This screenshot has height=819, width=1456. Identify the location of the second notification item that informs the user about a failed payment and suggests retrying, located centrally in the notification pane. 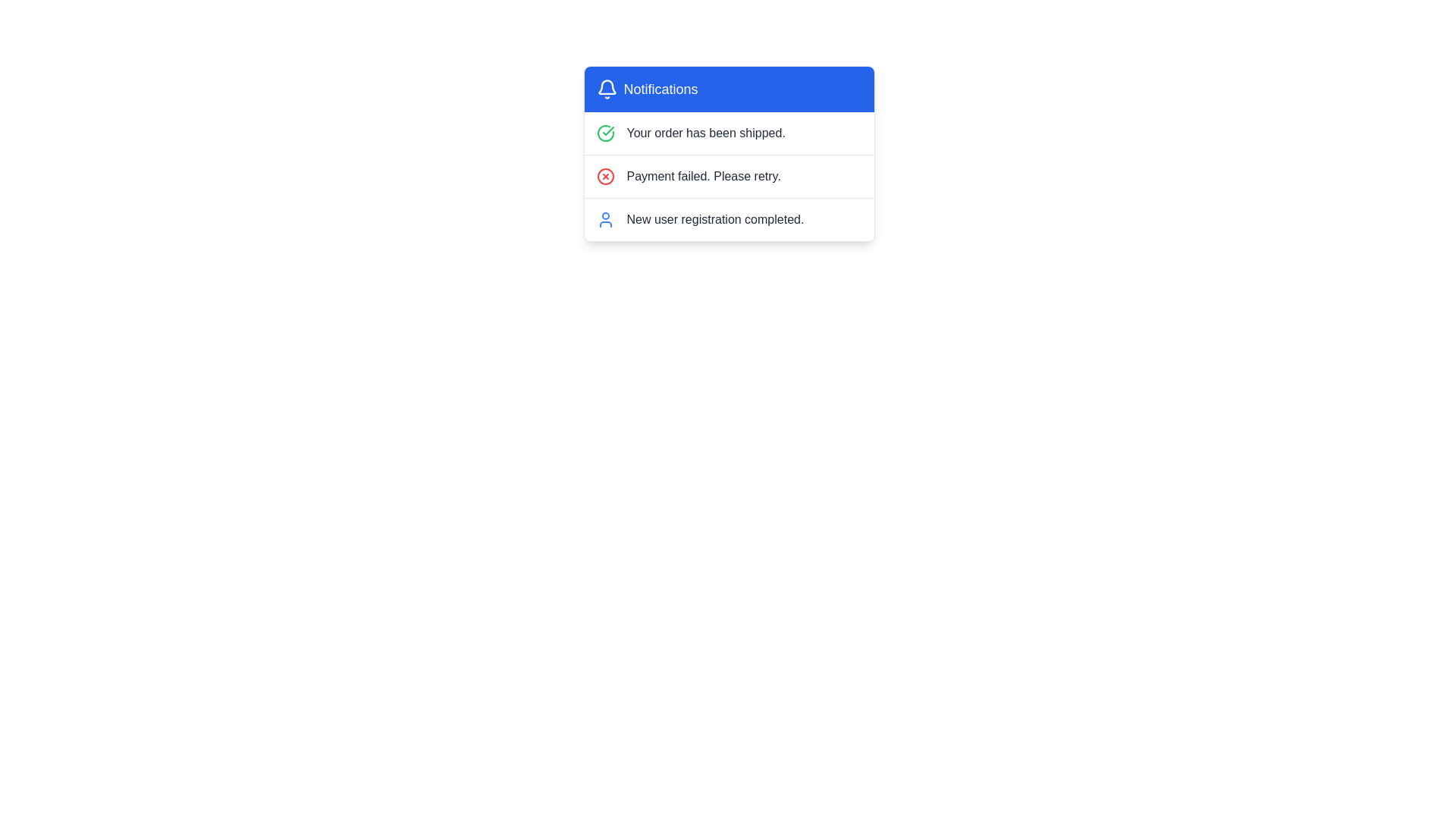
(729, 175).